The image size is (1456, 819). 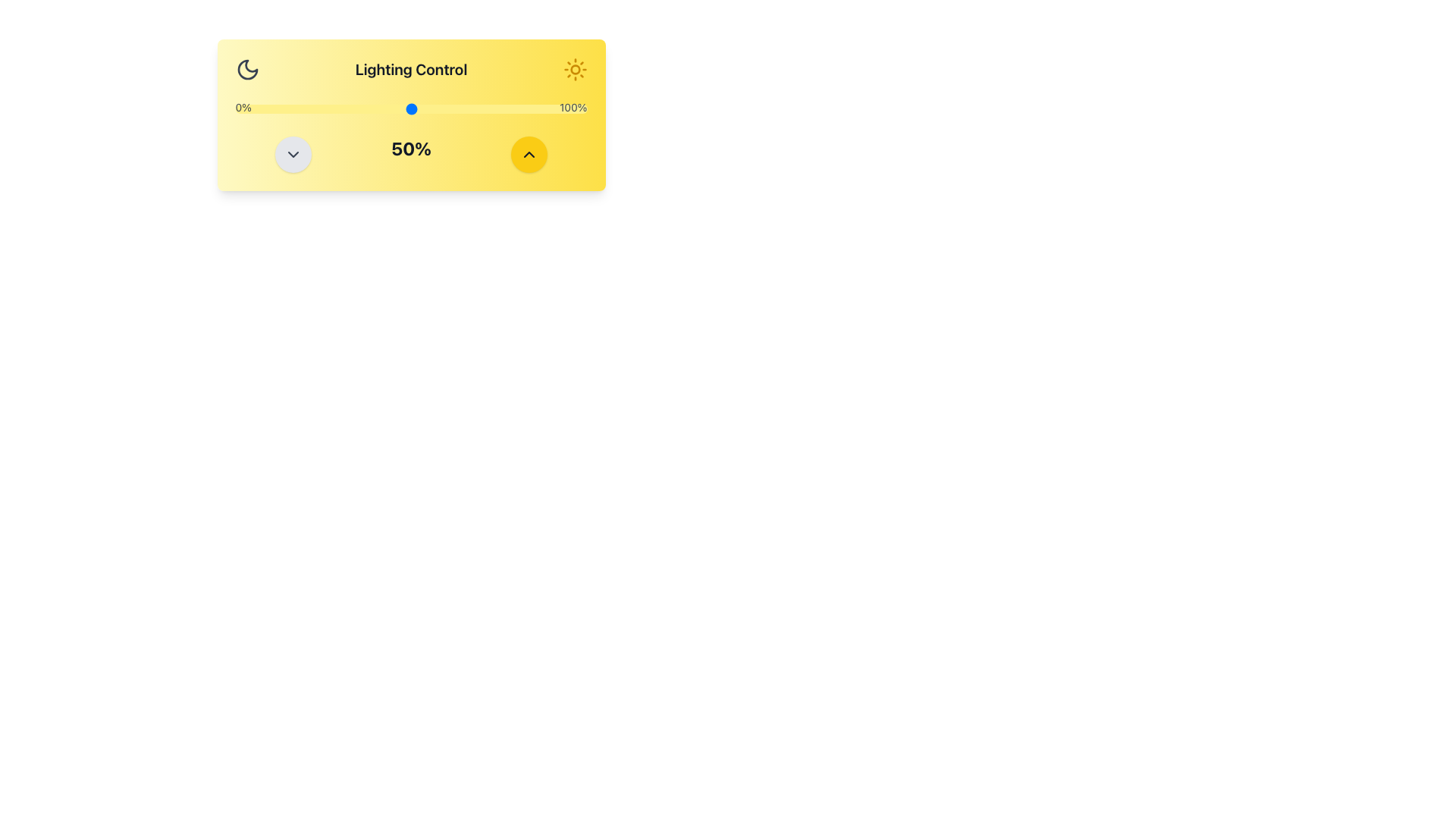 What do you see at coordinates (247, 70) in the screenshot?
I see `the thin crescent moon icon located at the top-left corner of the interface, adjacent to the title 'Lighting Control'` at bounding box center [247, 70].